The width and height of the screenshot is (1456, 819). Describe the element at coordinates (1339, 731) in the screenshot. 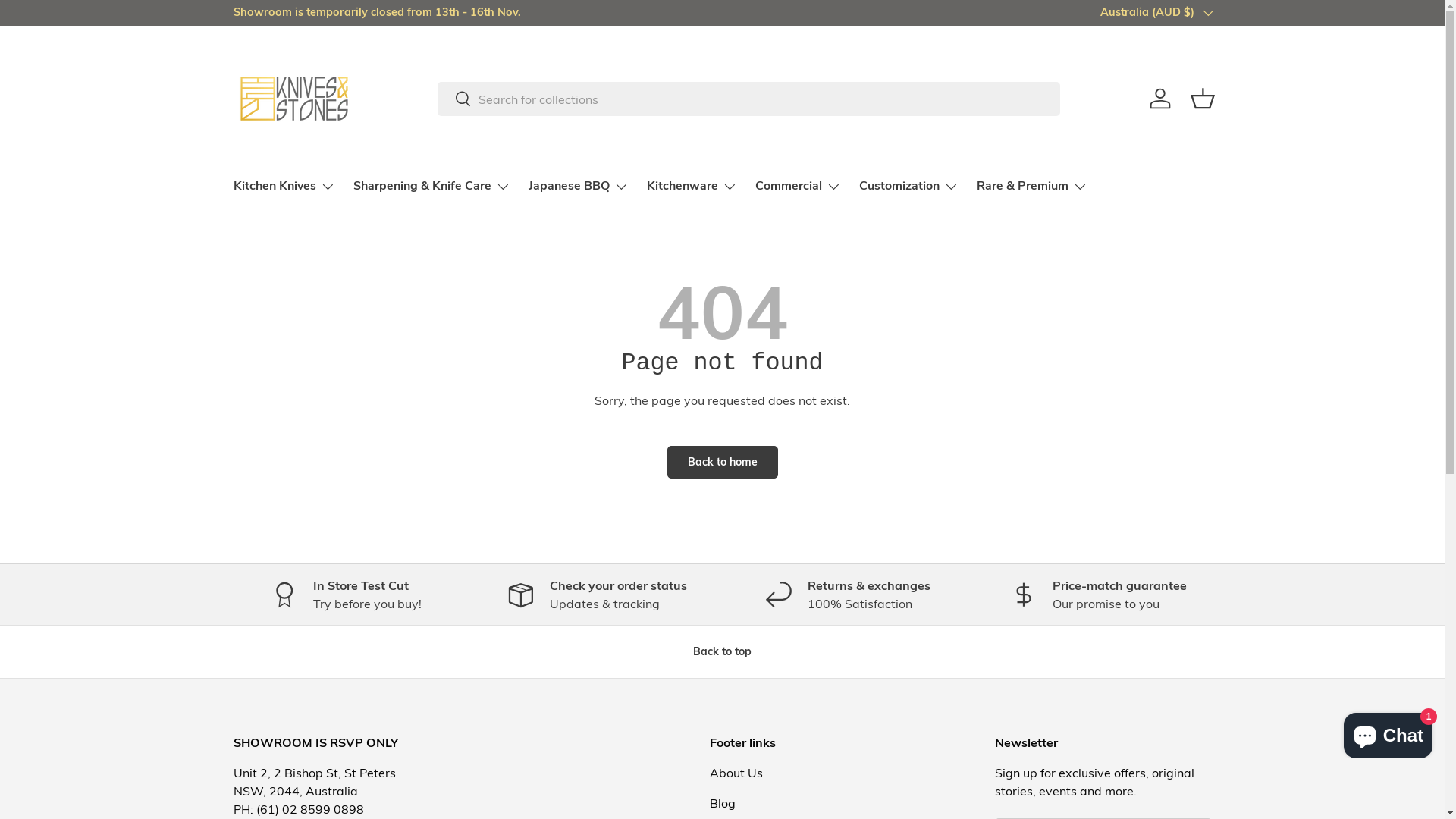

I see `'Shopify online store chat'` at that location.